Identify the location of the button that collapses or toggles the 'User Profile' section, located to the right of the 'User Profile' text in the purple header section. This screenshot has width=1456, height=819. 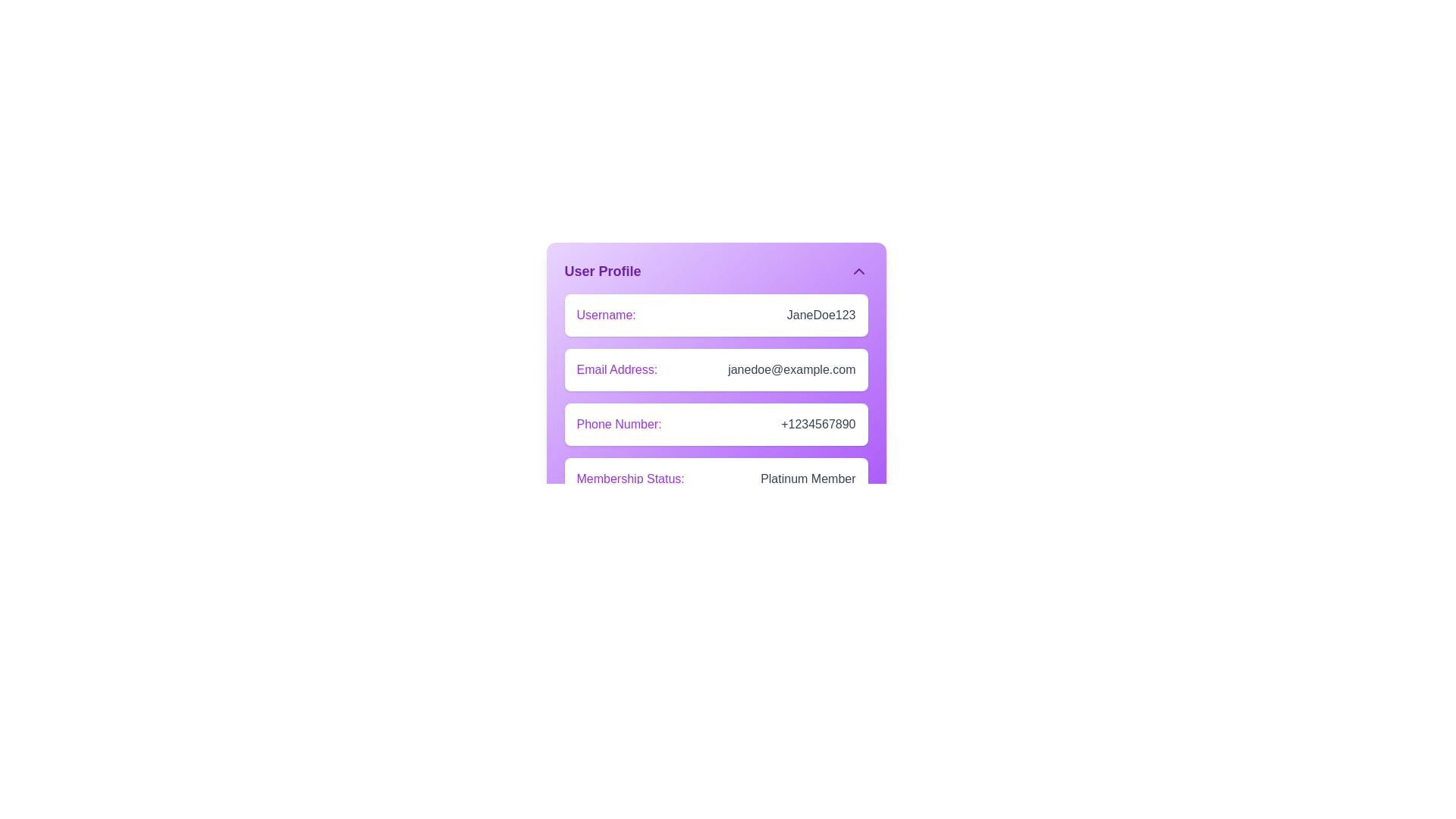
(858, 271).